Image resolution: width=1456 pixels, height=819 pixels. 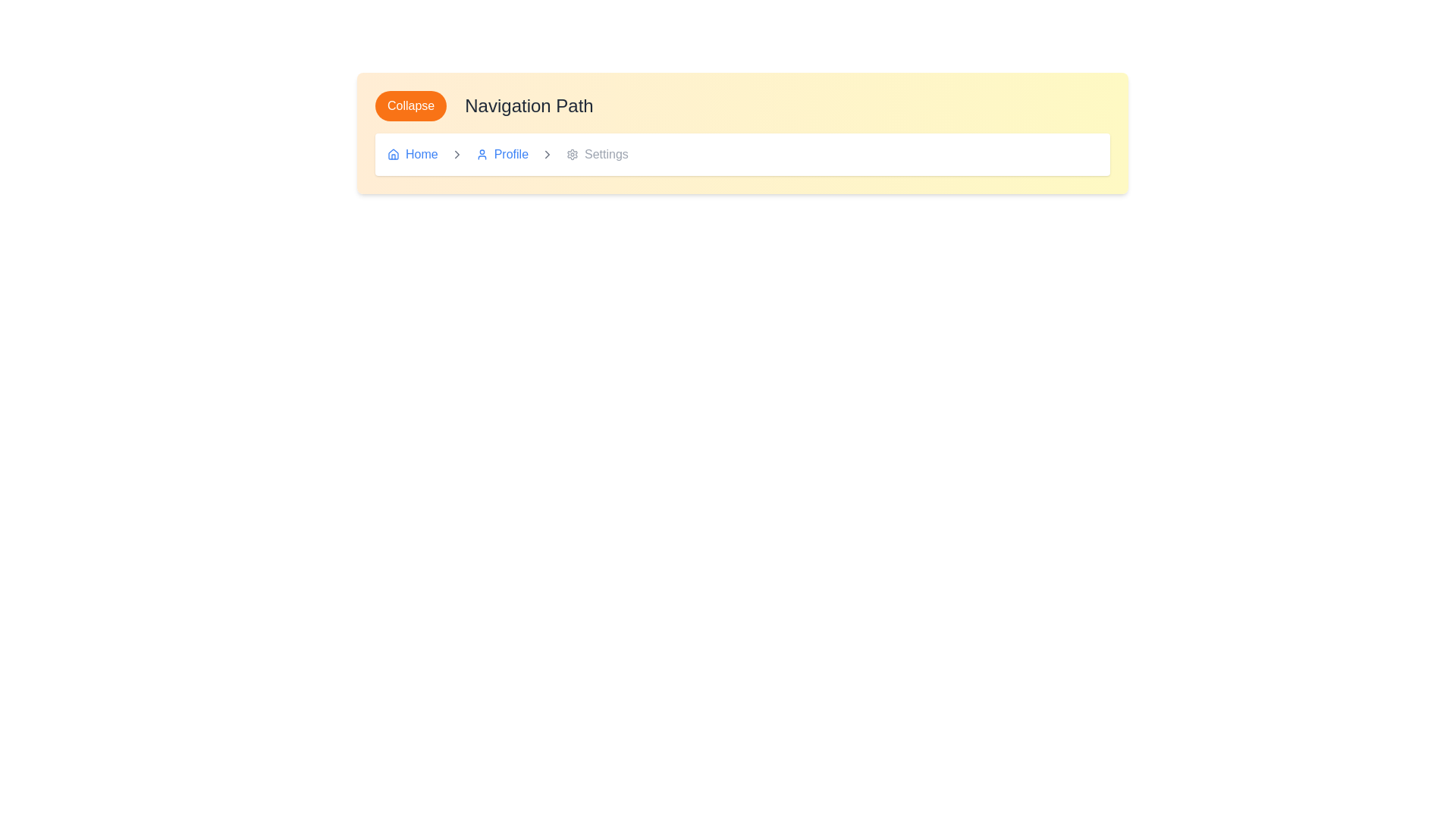 What do you see at coordinates (393, 154) in the screenshot?
I see `the stylized house-like icon in the breadcrumb navigation system` at bounding box center [393, 154].